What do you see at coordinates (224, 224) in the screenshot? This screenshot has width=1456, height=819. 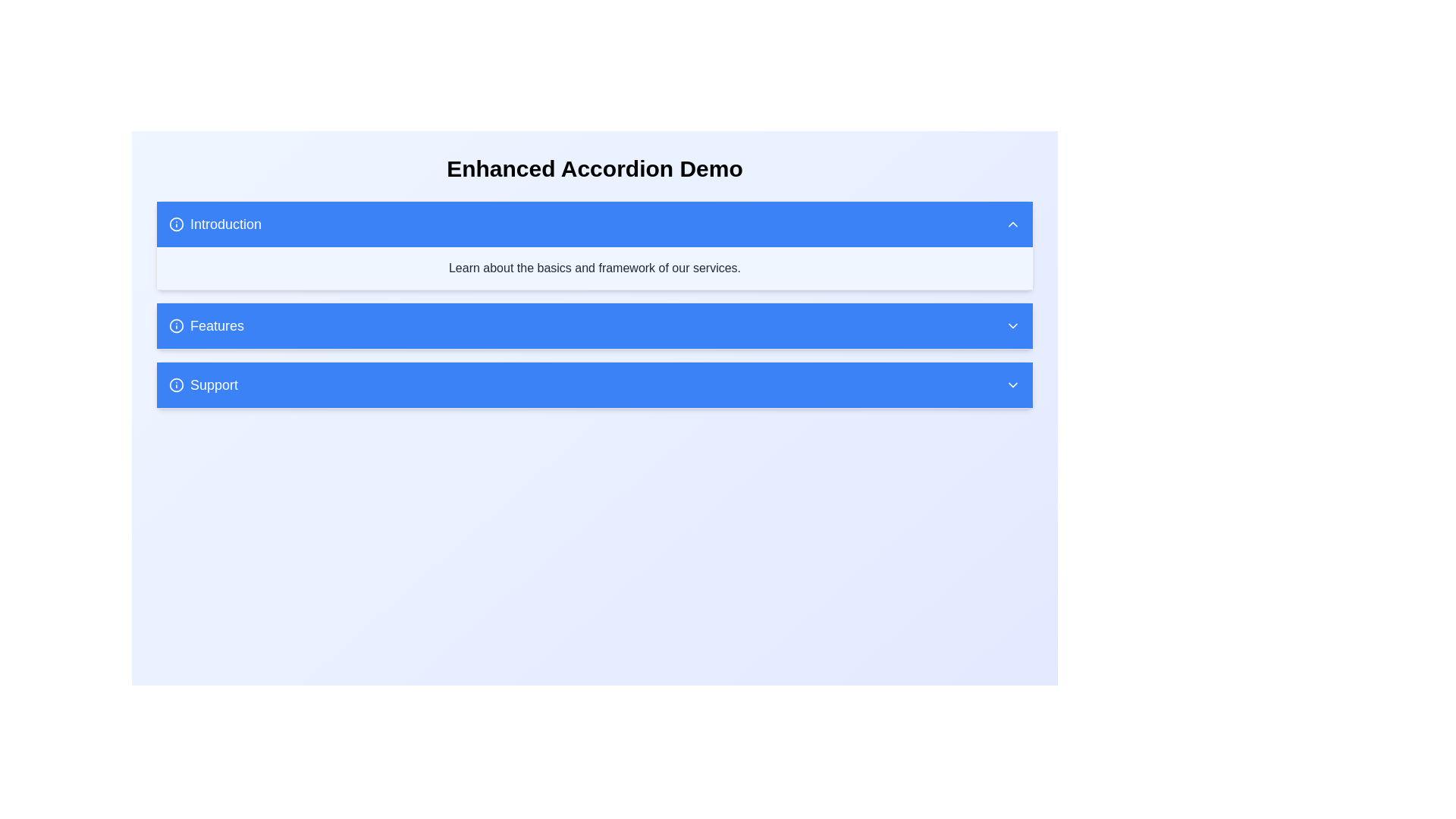 I see `the text label displaying 'Introduction' for accessibility navigation` at bounding box center [224, 224].